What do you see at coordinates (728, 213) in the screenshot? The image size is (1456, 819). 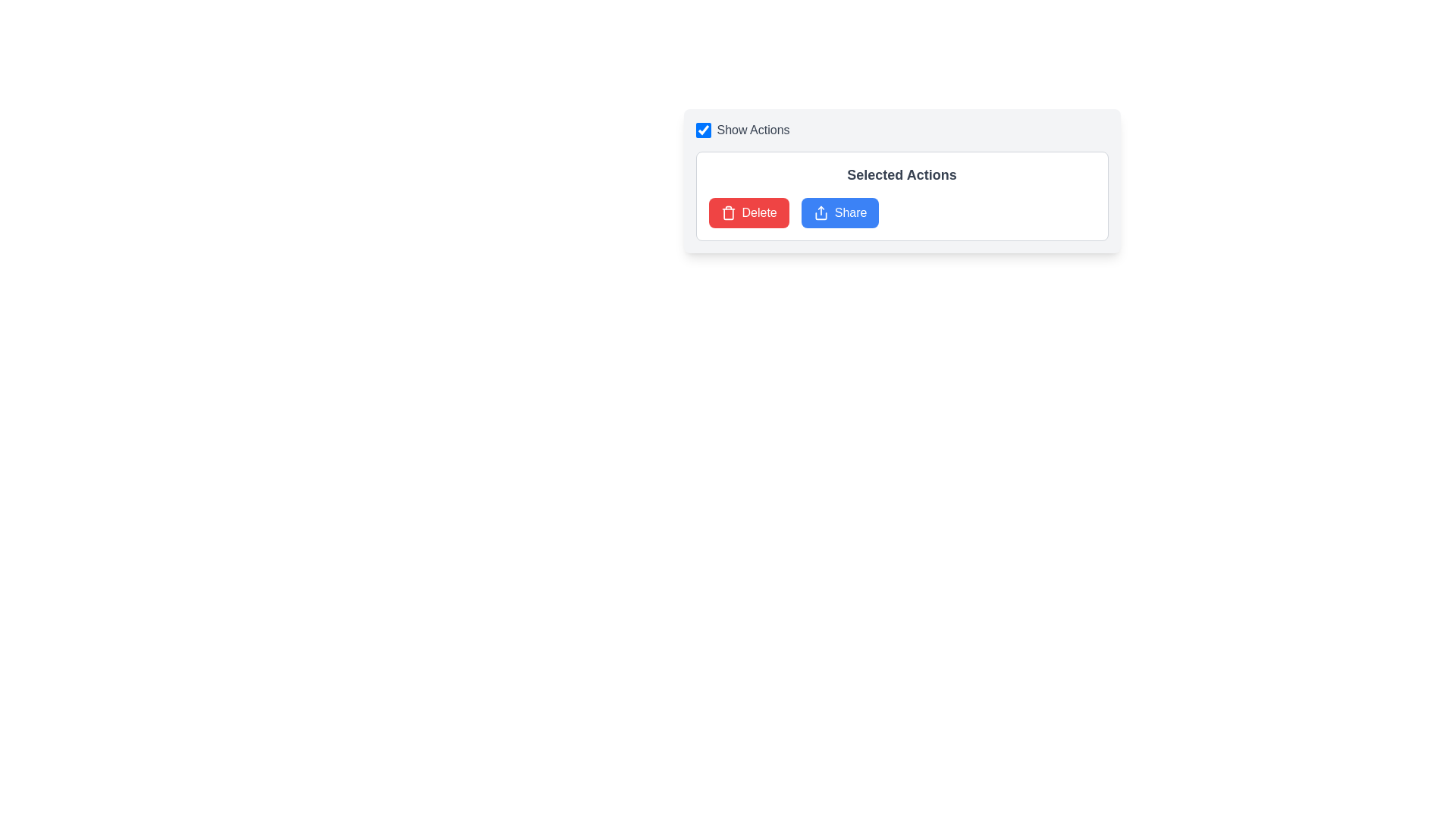 I see `the delete icon located to the left of the 'Delete' text within the 'Delete' button in the 'Selected Actions' section` at bounding box center [728, 213].